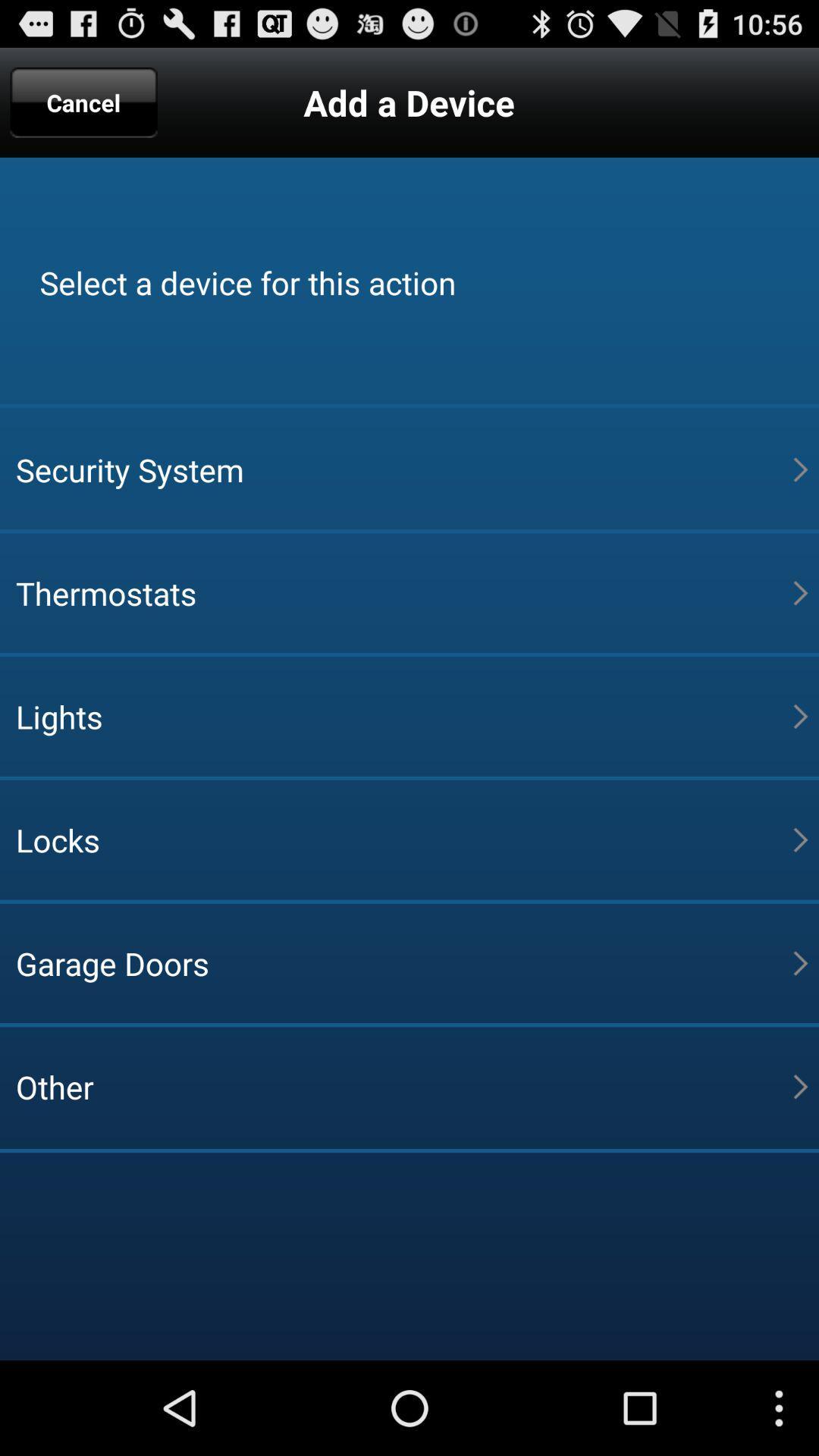 This screenshot has width=819, height=1456. Describe the element at coordinates (403, 839) in the screenshot. I see `locks icon` at that location.